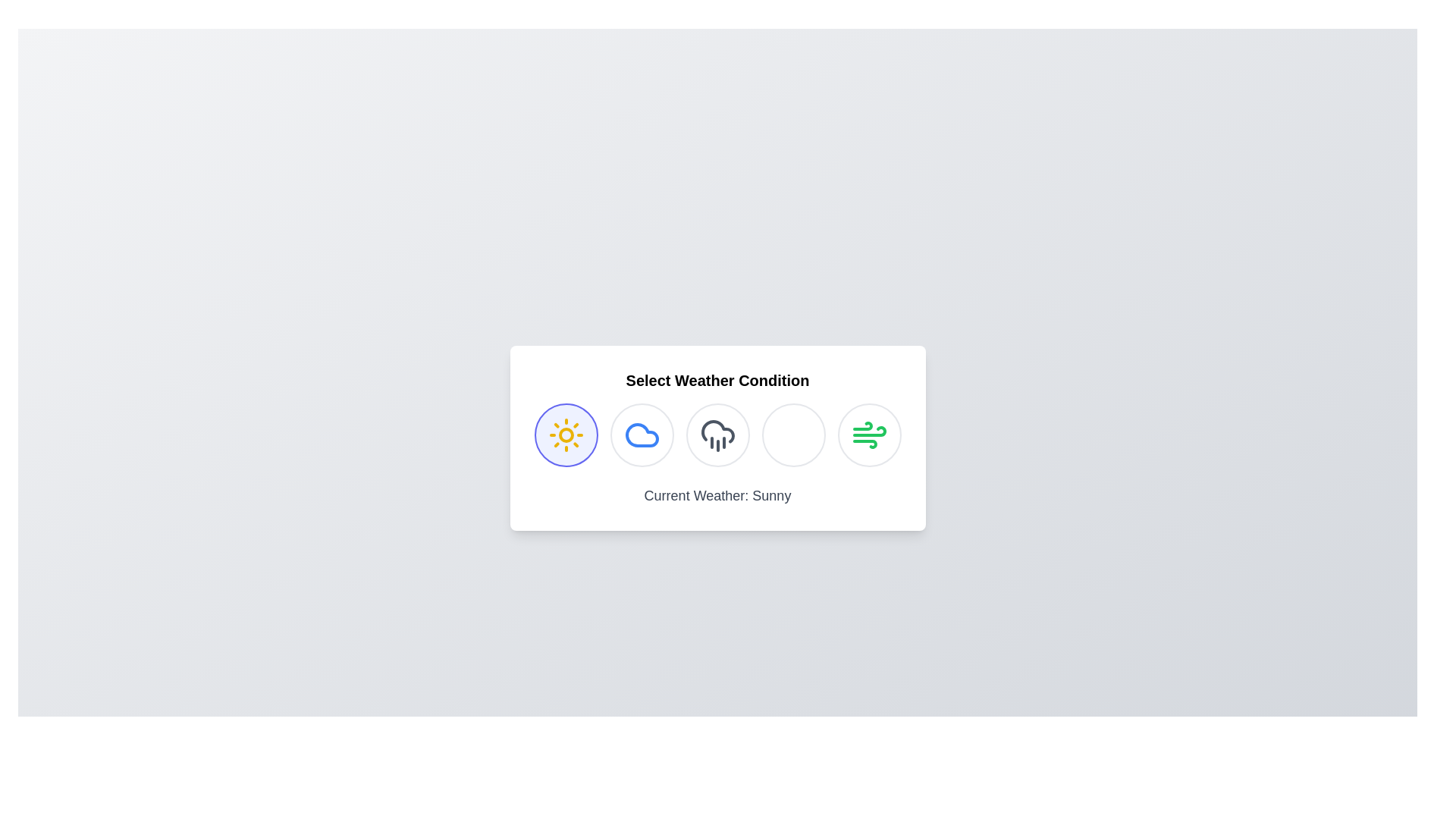 Image resolution: width=1456 pixels, height=819 pixels. What do you see at coordinates (565, 435) in the screenshot?
I see `the leftmost sun icon in the weather control panel` at bounding box center [565, 435].